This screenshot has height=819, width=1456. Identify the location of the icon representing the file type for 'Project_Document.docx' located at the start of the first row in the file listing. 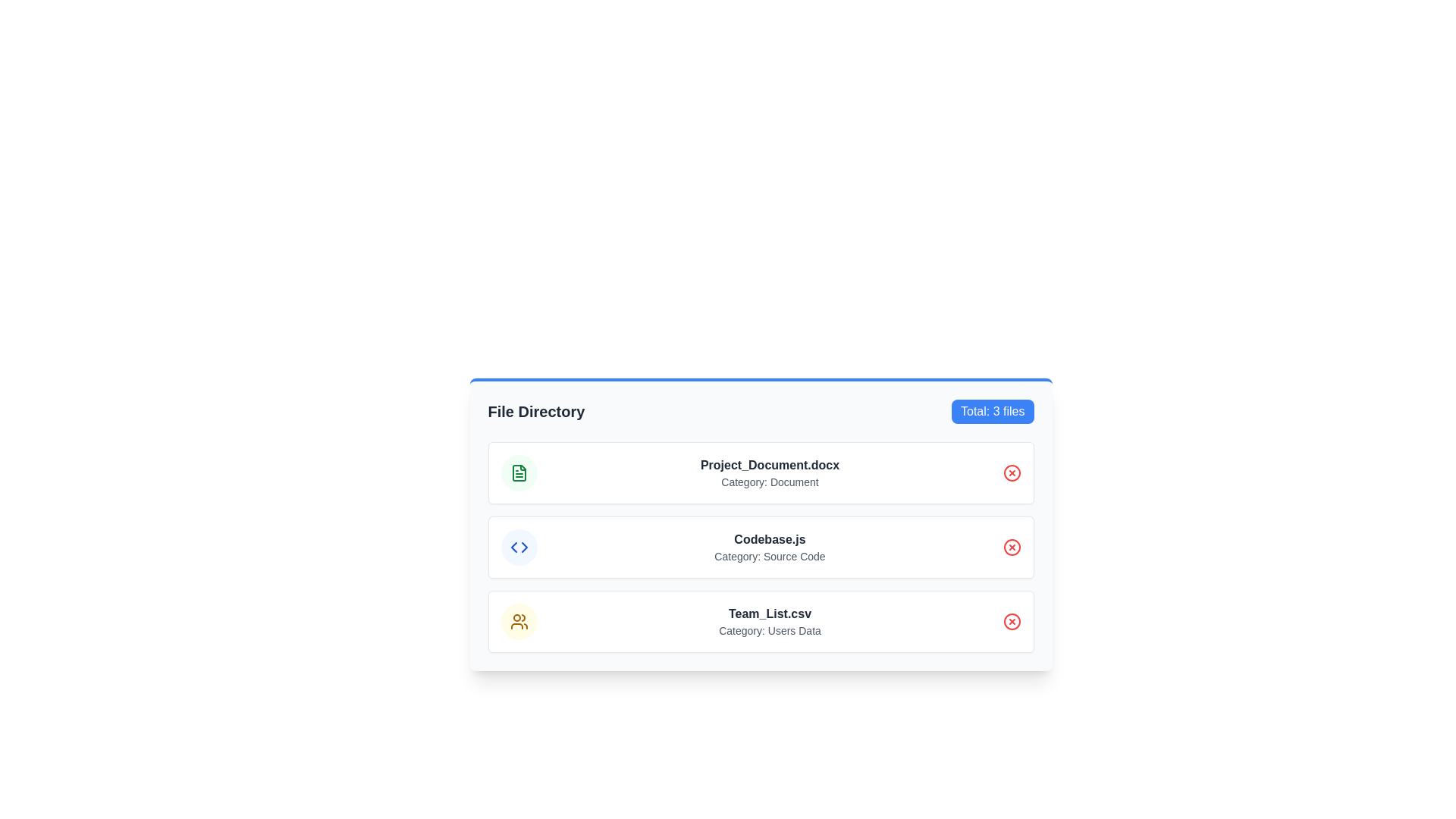
(519, 472).